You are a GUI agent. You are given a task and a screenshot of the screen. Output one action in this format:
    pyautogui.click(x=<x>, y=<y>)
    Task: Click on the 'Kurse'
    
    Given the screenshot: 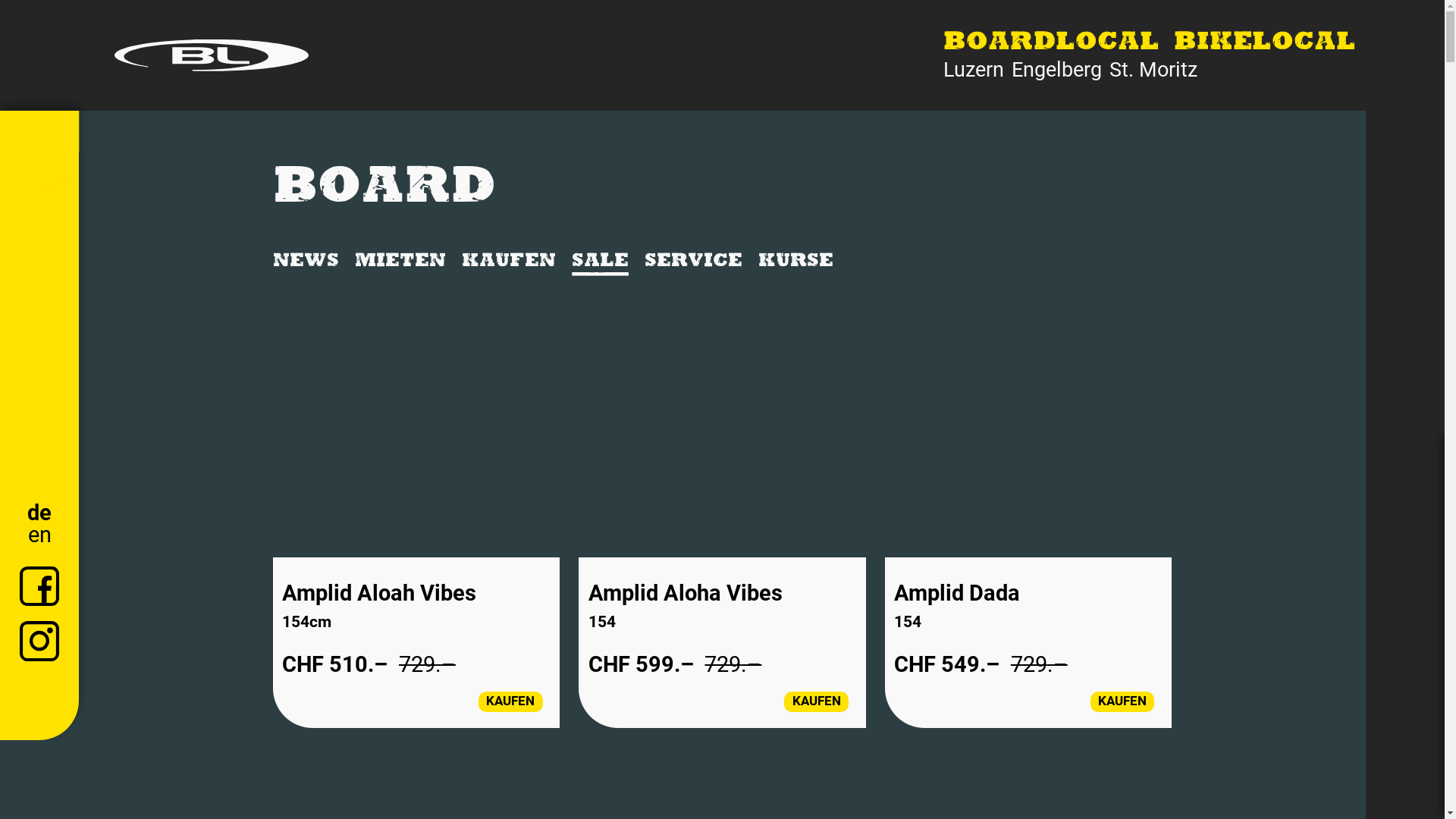 What is the action you would take?
    pyautogui.click(x=795, y=261)
    